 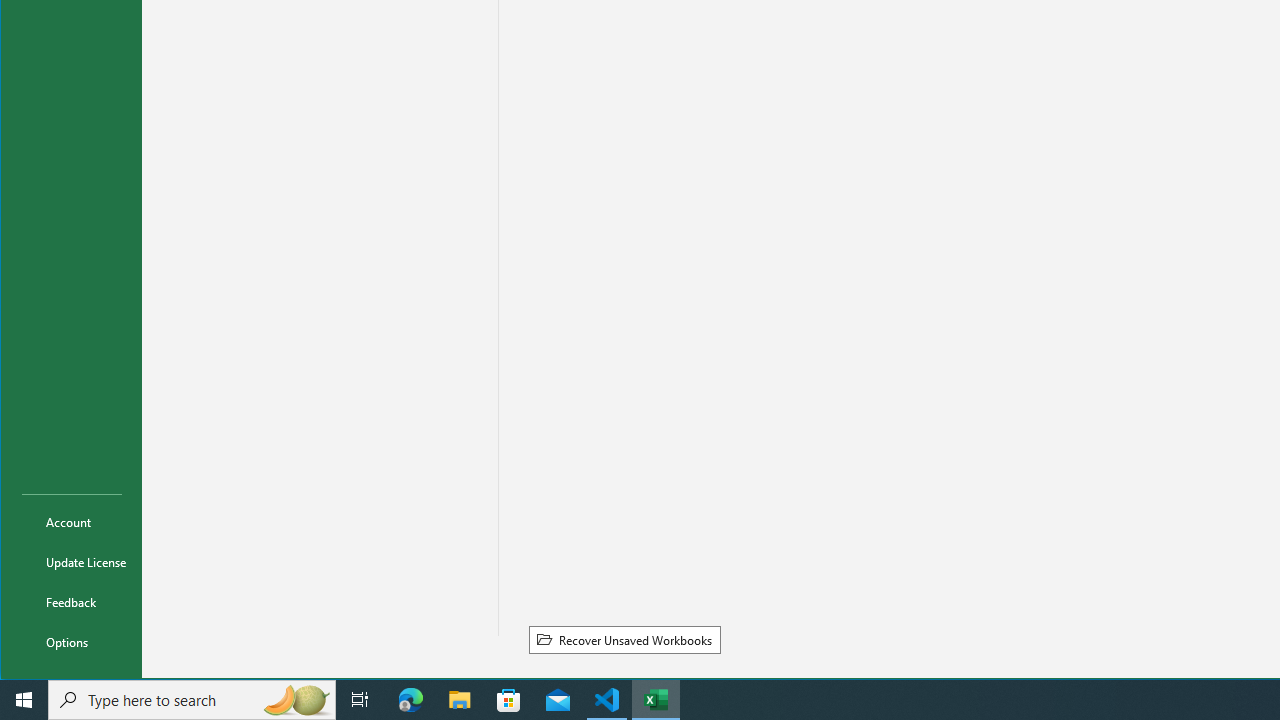 What do you see at coordinates (192, 698) in the screenshot?
I see `'Type here to search'` at bounding box center [192, 698].